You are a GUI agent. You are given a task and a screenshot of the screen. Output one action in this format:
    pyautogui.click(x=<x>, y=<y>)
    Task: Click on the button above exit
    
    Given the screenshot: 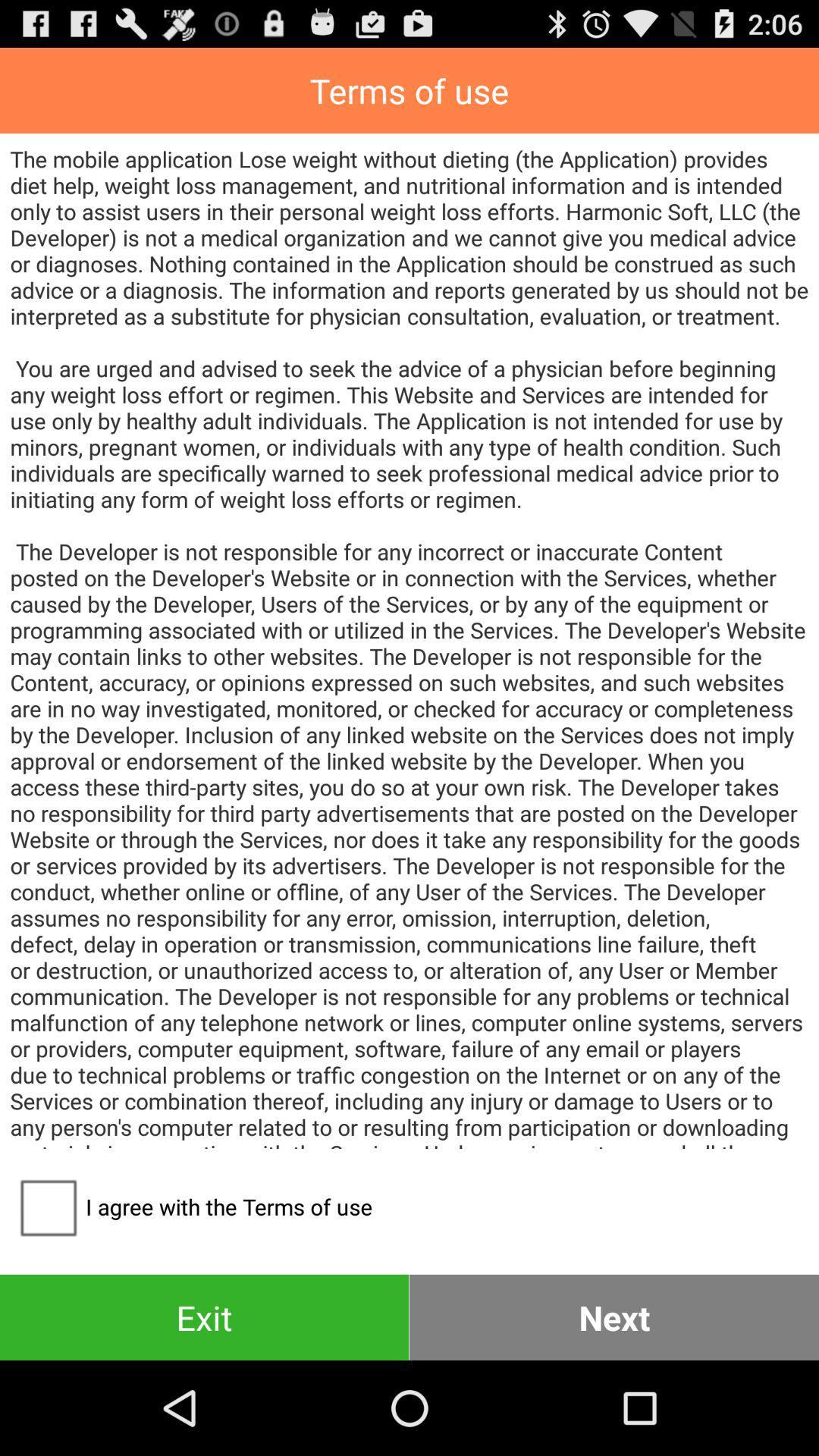 What is the action you would take?
    pyautogui.click(x=190, y=1206)
    